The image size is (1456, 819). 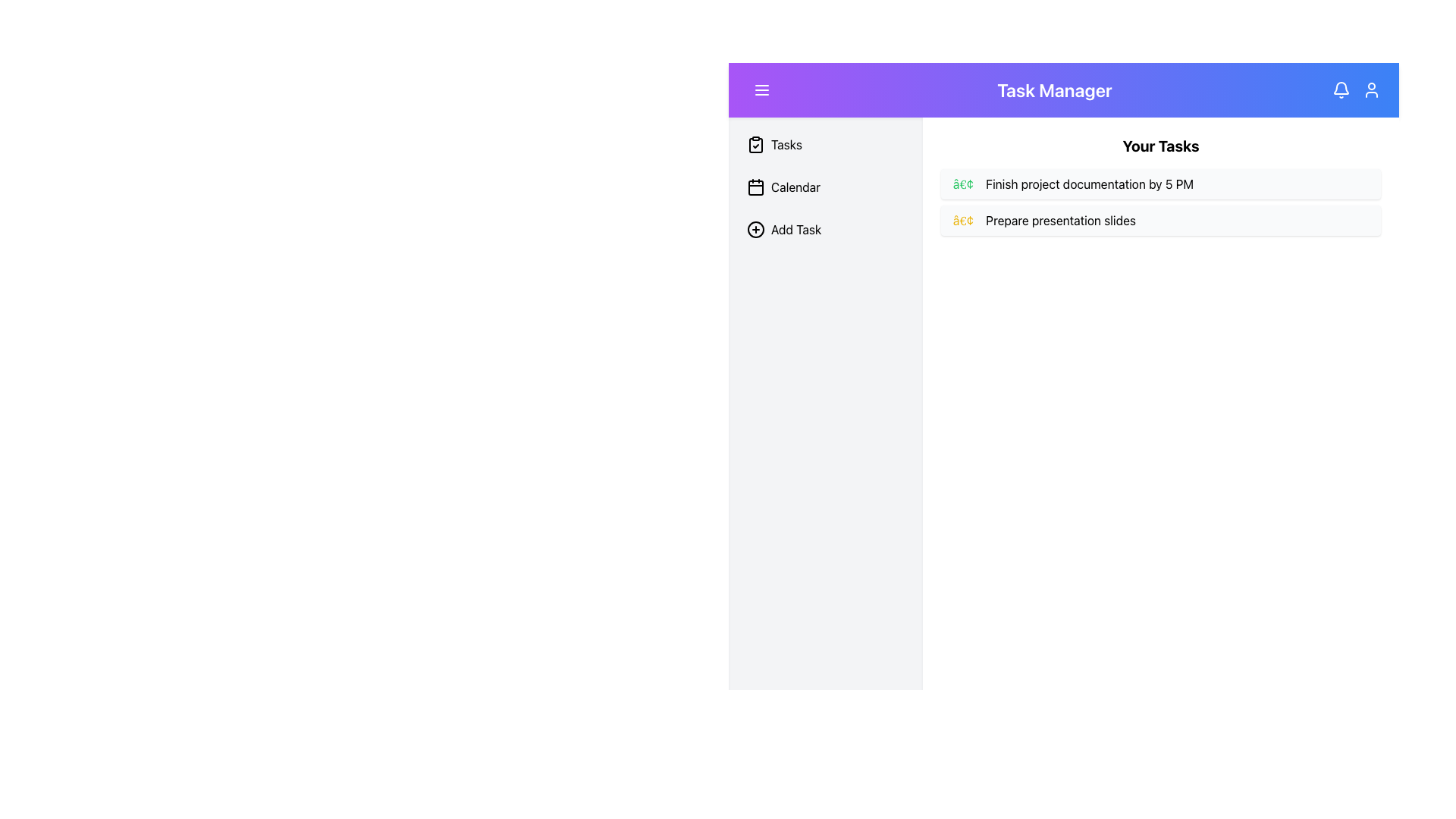 I want to click on the second task item in the 'Your Tasks' list, so click(x=1160, y=220).